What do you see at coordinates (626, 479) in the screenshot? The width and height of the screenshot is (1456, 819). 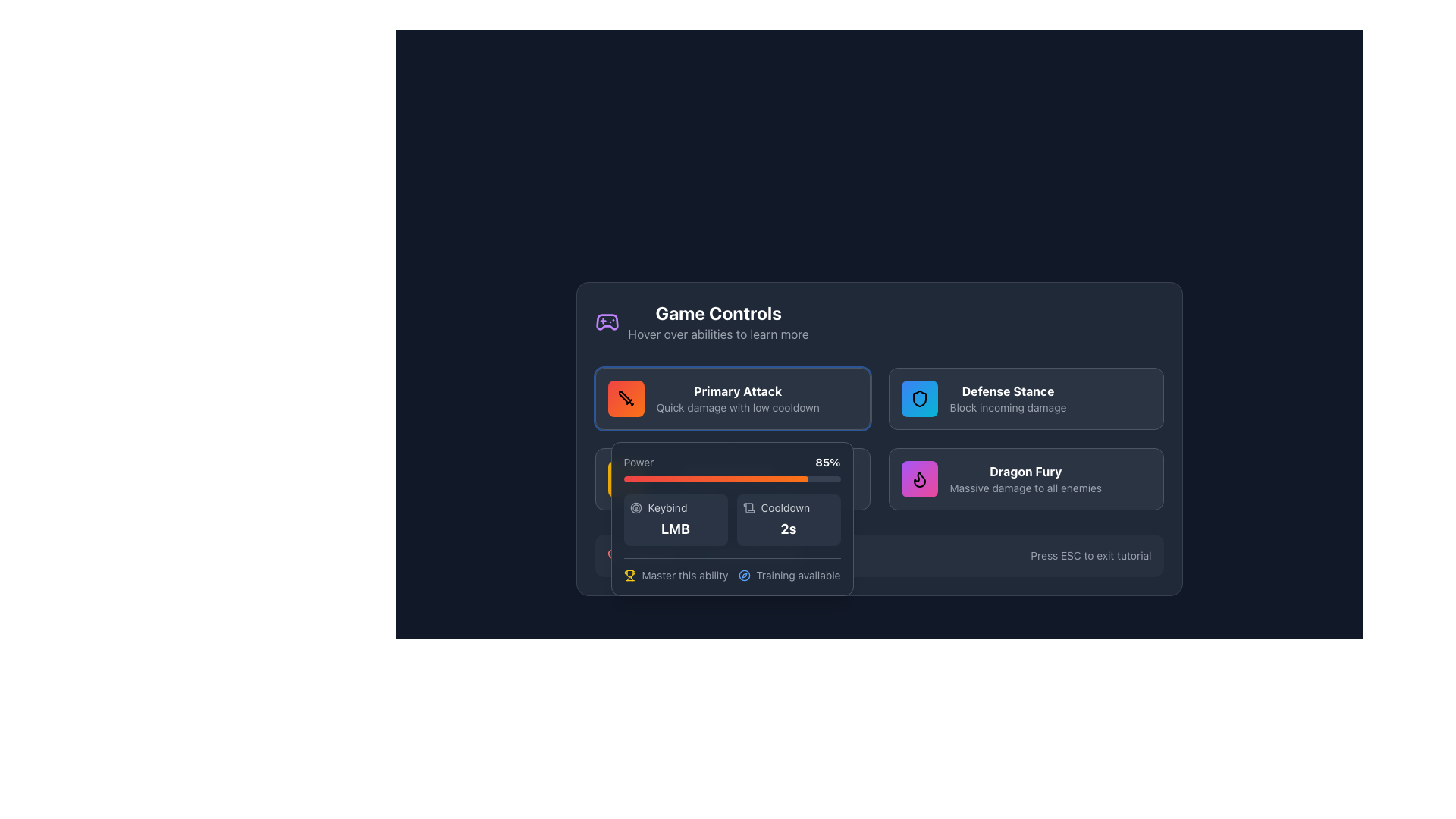 I see `the SVG icon indicating power or energy, located at the bottom-left corner of the game control panel near the power bar labeled 'Power 85%'` at bounding box center [626, 479].